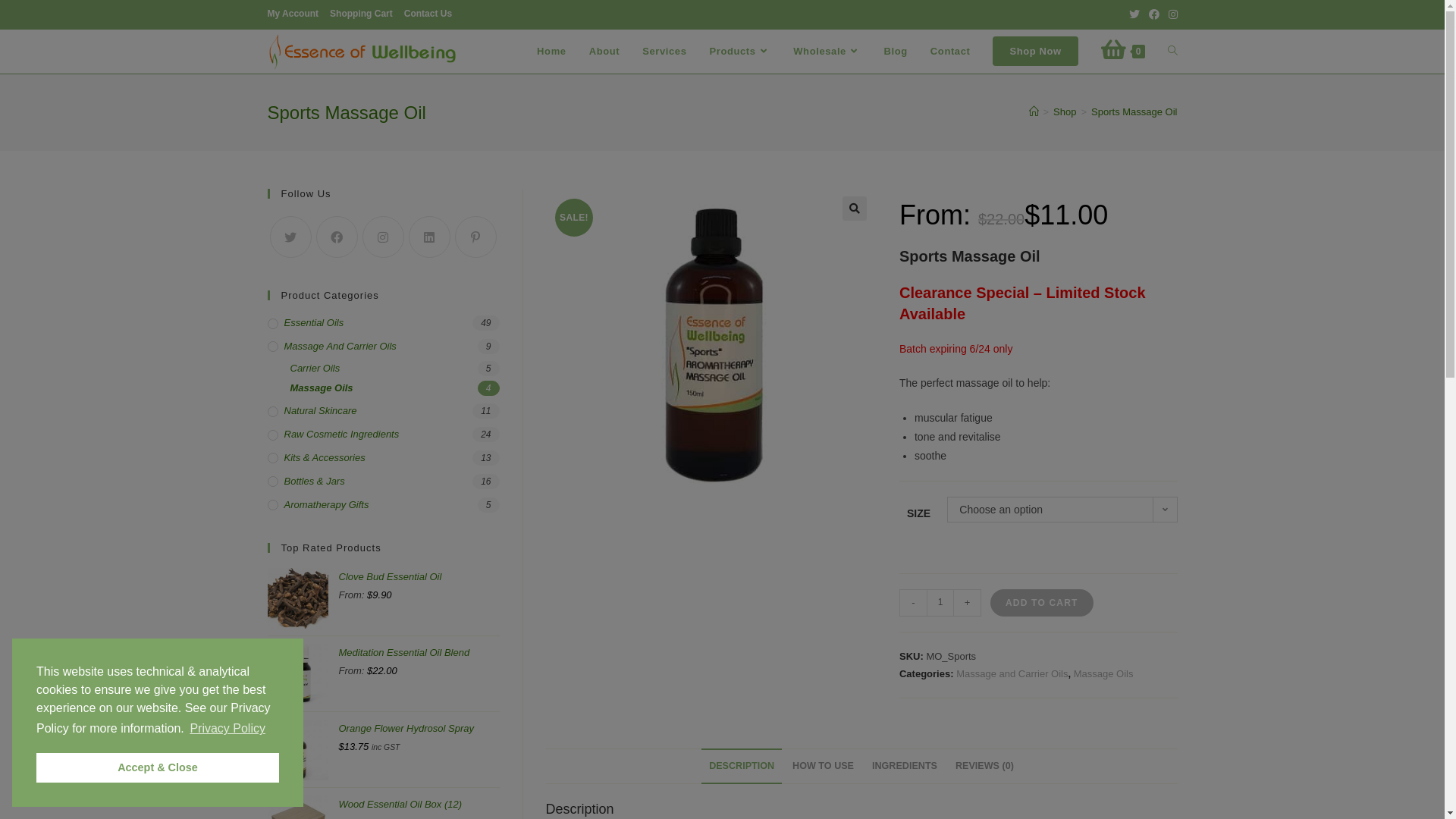 Image resolution: width=1456 pixels, height=819 pixels. I want to click on 'Clove Bud Essential Oil', so click(419, 584).